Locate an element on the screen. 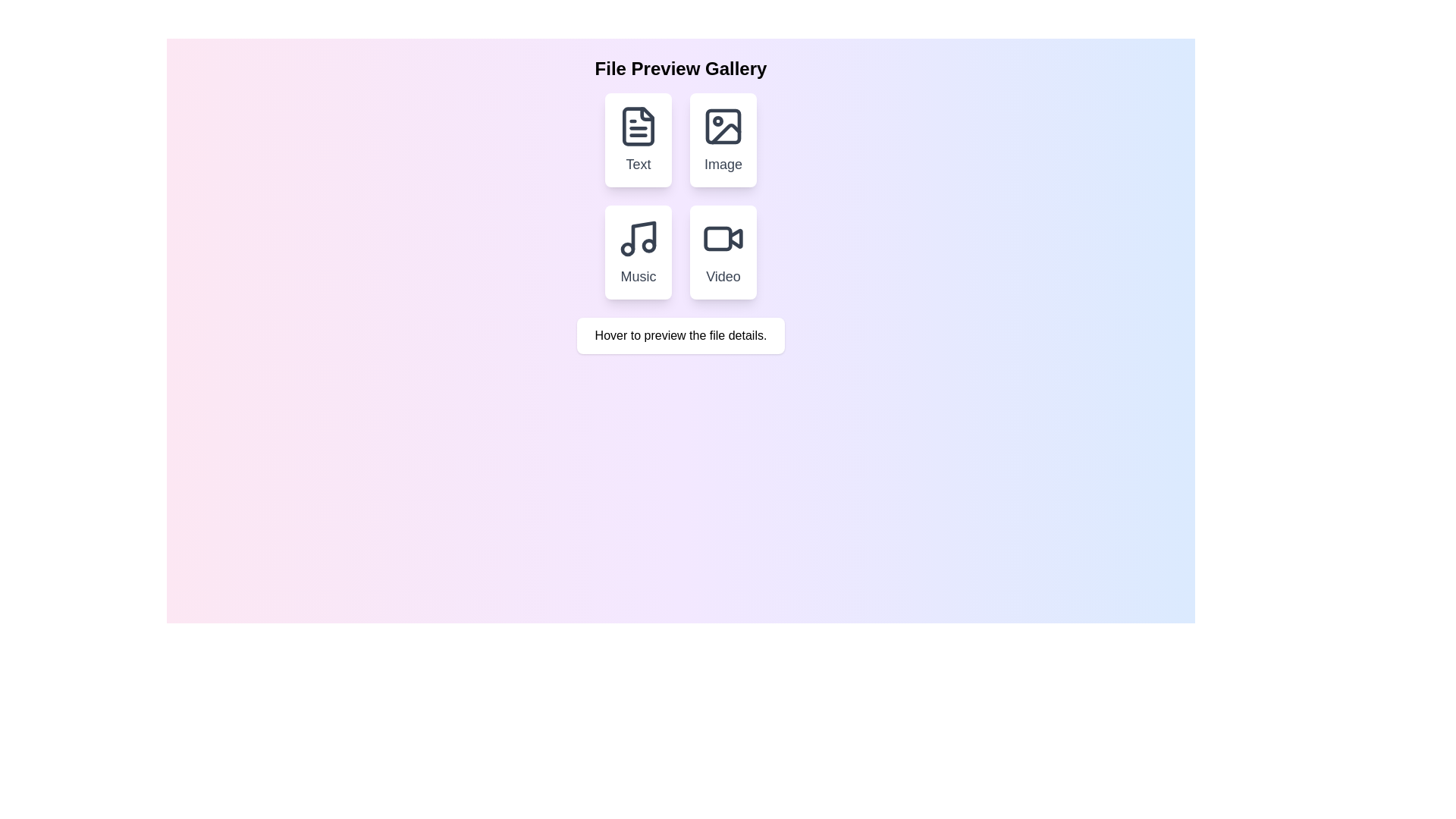 The height and width of the screenshot is (819, 1456). the Interactive Card labeled 'Text' in the top-left corner of the 'File Preview Gallery' is located at coordinates (638, 140).